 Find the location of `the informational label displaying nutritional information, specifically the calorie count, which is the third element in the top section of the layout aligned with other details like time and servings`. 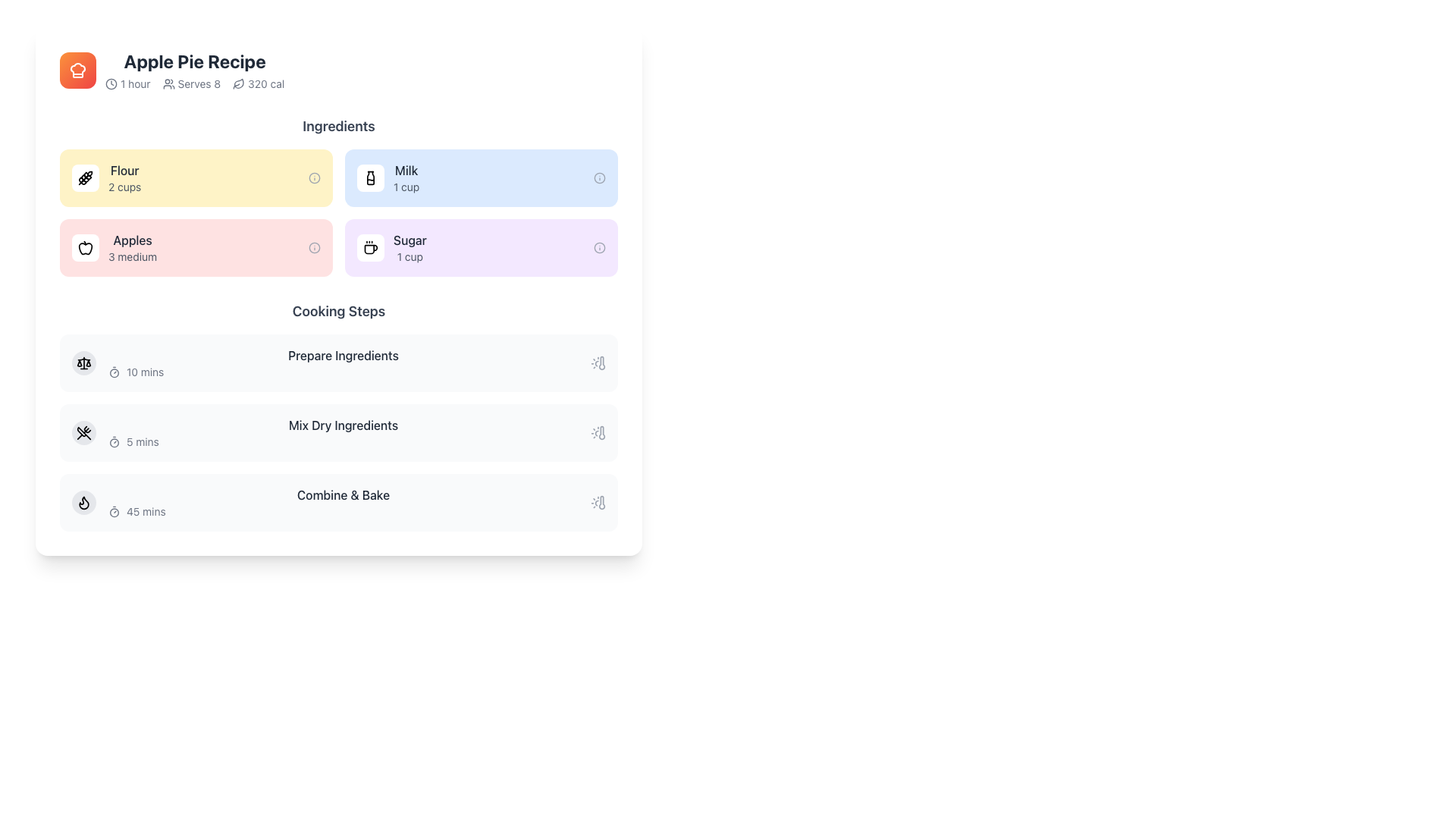

the informational label displaying nutritional information, specifically the calorie count, which is the third element in the top section of the layout aligned with other details like time and servings is located at coordinates (259, 84).